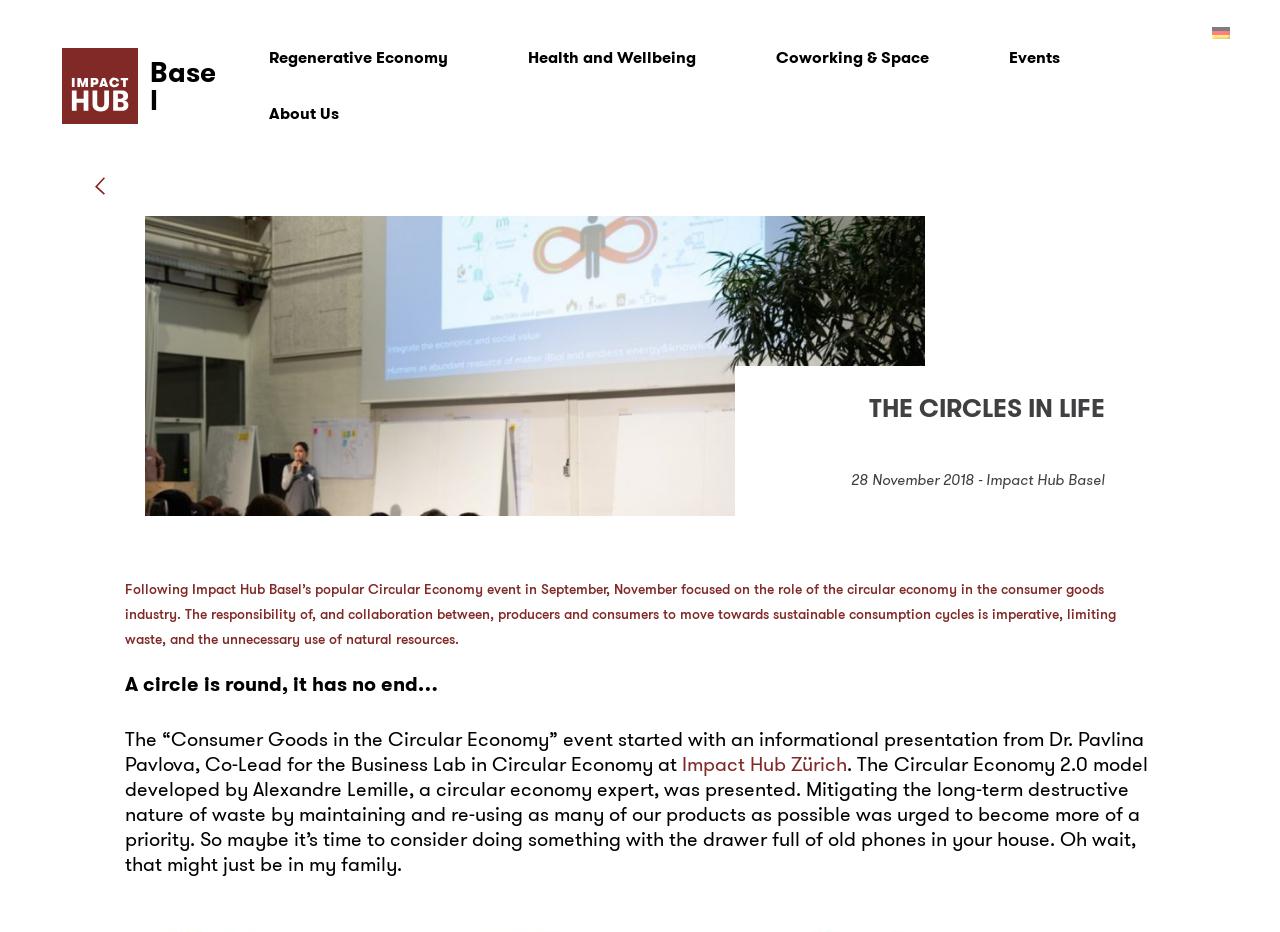 The width and height of the screenshot is (1280, 932). What do you see at coordinates (302, 396) in the screenshot?
I see `'Global Network'` at bounding box center [302, 396].